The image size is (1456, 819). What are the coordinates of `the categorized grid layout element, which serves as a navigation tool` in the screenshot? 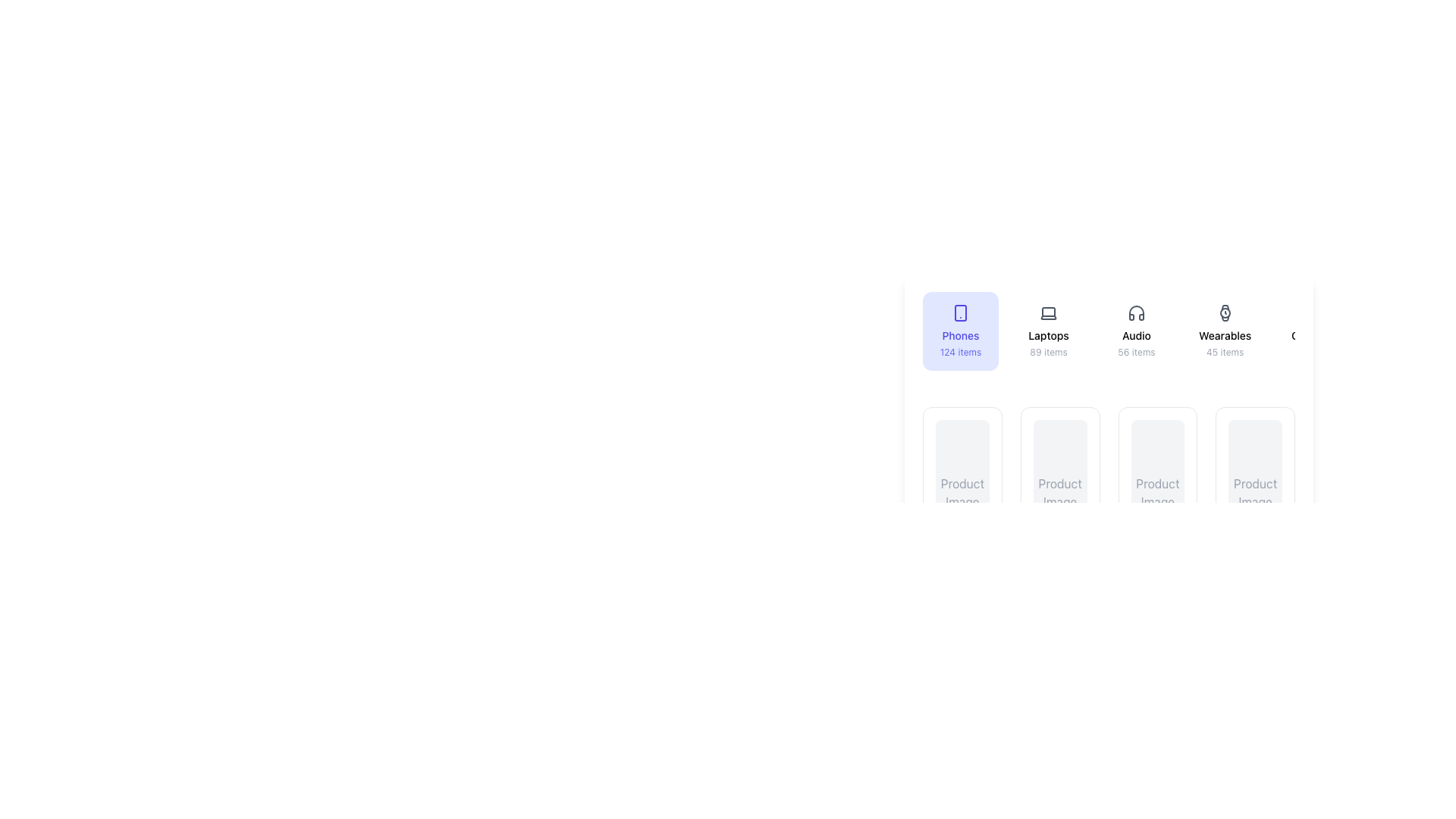 It's located at (1109, 378).